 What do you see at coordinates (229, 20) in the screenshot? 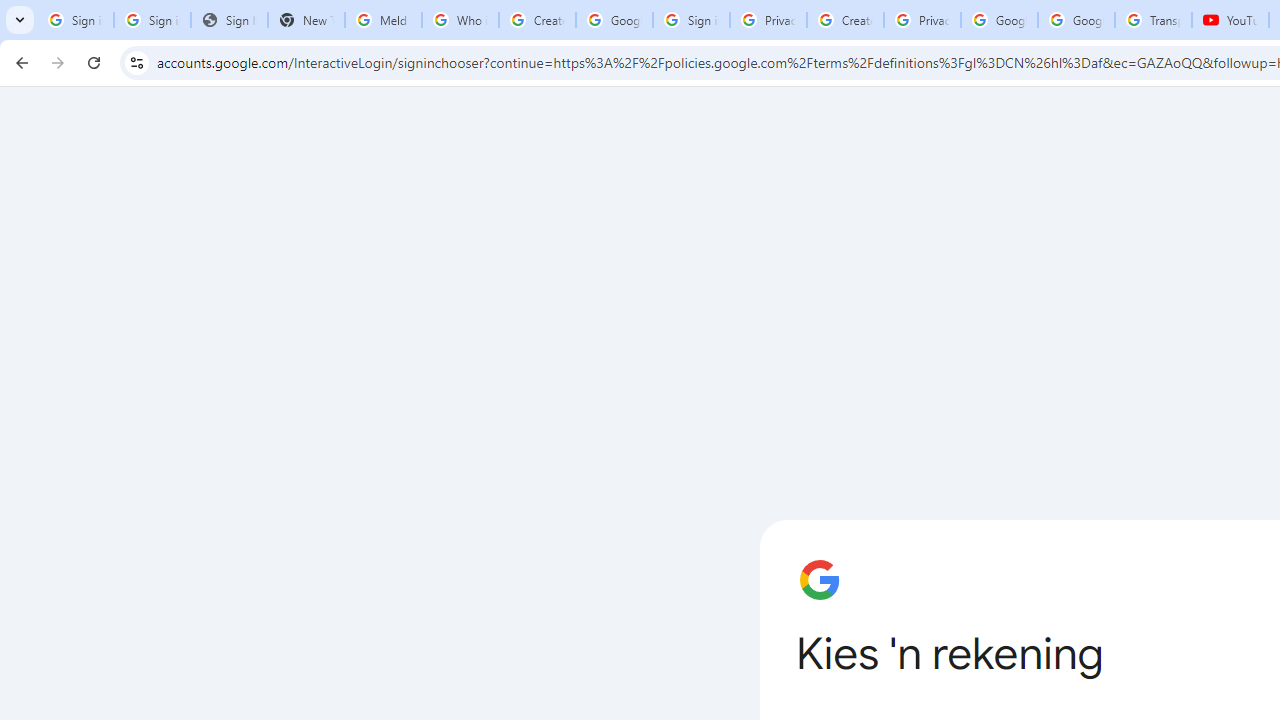
I see `'Sign In - USA TODAY'` at bounding box center [229, 20].